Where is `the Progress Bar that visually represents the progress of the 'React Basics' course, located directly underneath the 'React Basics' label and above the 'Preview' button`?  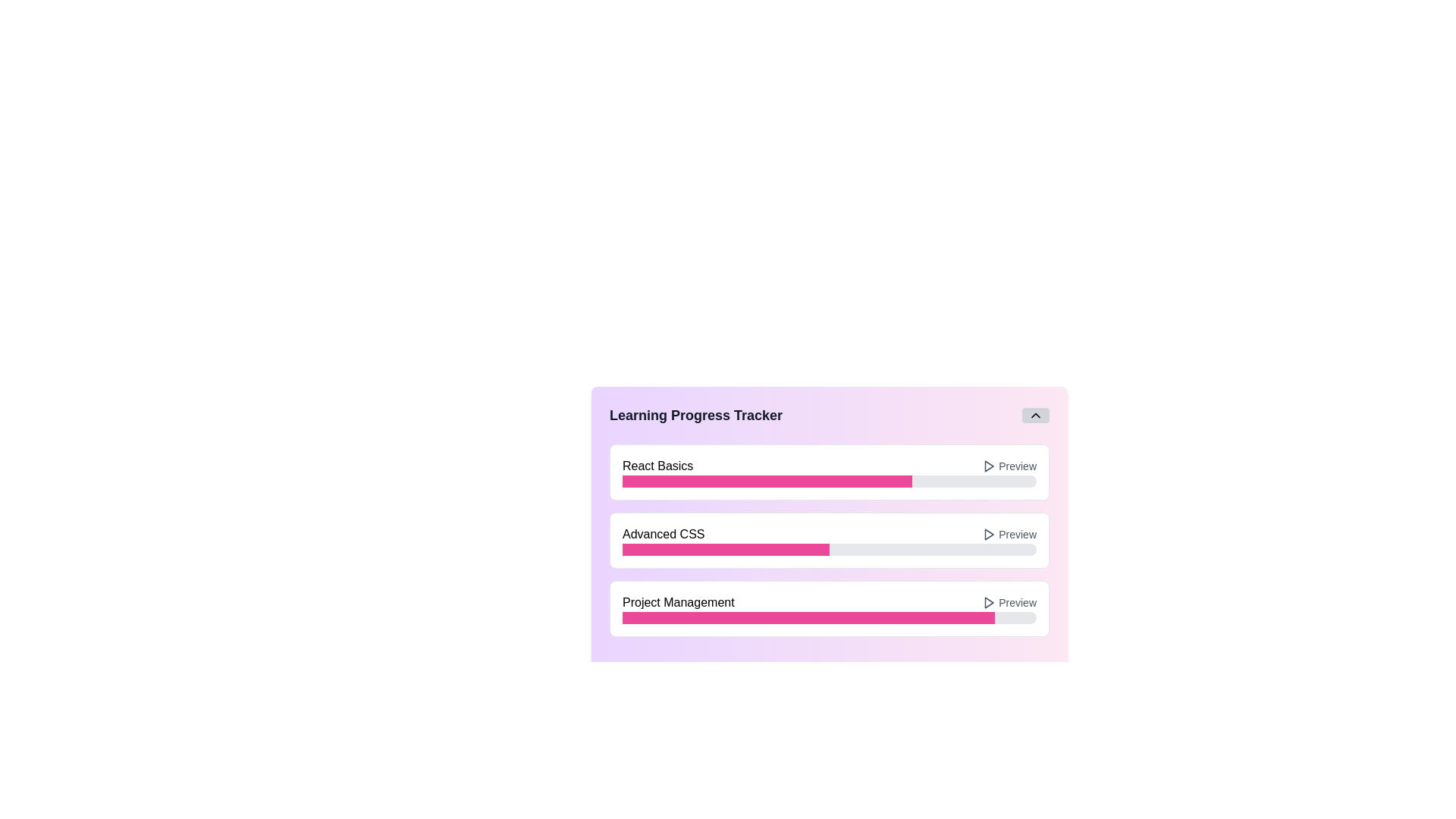 the Progress Bar that visually represents the progress of the 'React Basics' course, located directly underneath the 'React Basics' label and above the 'Preview' button is located at coordinates (767, 482).